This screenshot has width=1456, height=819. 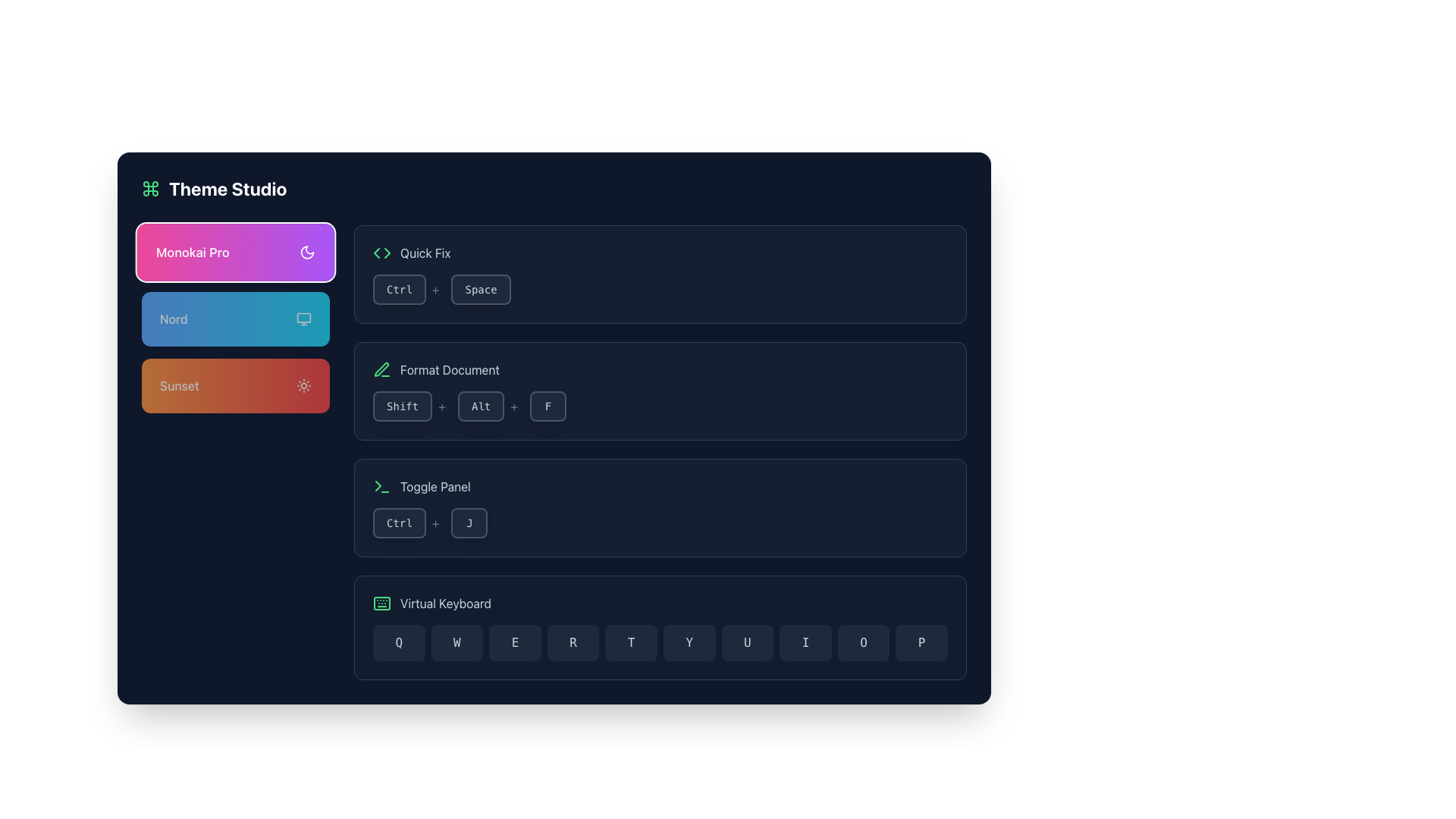 I want to click on the button labeled 'W', which is a rectangular button with rounded corners in the virtual keyboard layout, to input the letter 'W', so click(x=456, y=643).